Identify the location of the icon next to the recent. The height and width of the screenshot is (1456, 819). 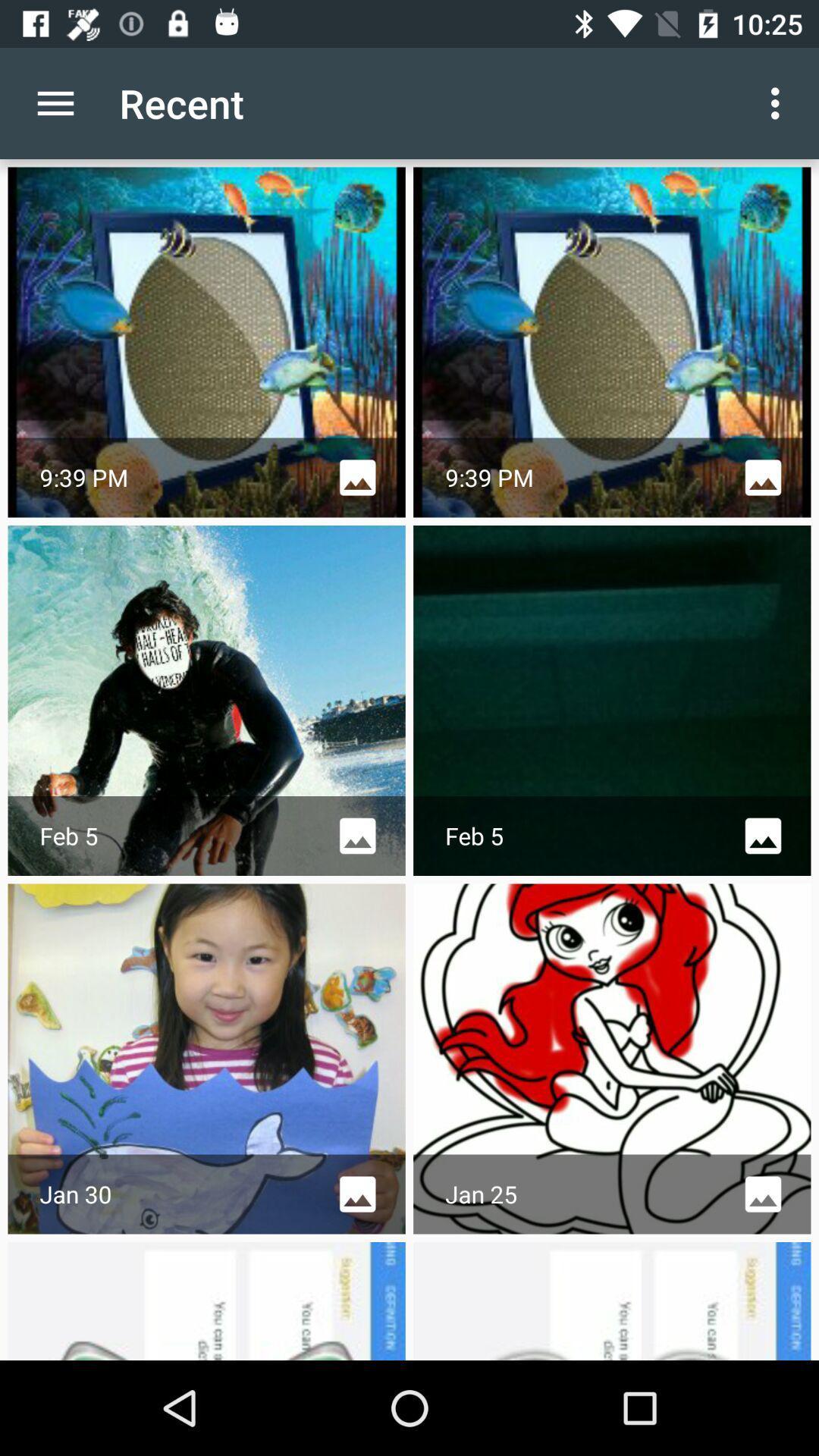
(55, 102).